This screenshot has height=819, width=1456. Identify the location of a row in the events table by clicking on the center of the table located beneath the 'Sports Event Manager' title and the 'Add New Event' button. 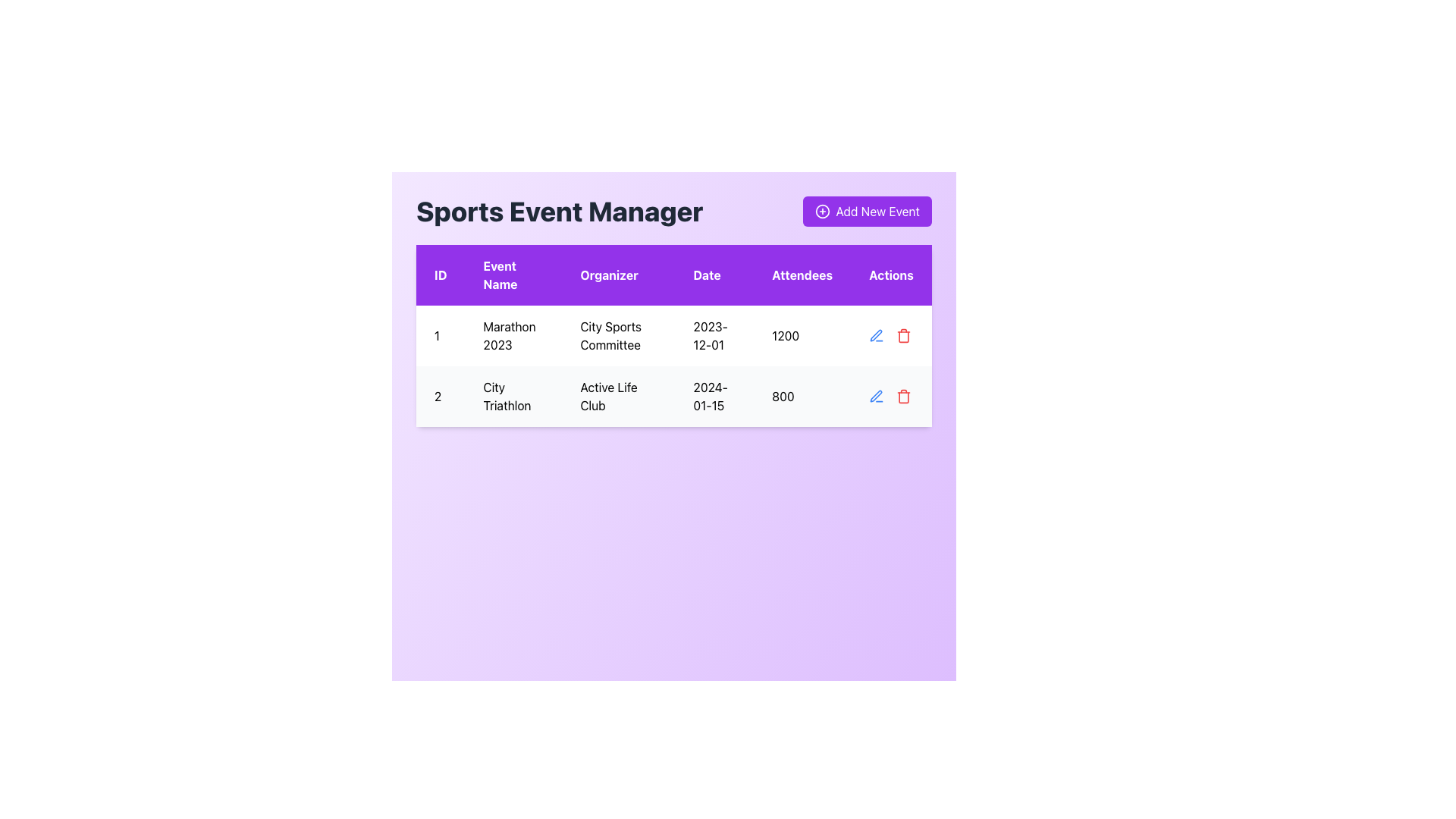
(673, 335).